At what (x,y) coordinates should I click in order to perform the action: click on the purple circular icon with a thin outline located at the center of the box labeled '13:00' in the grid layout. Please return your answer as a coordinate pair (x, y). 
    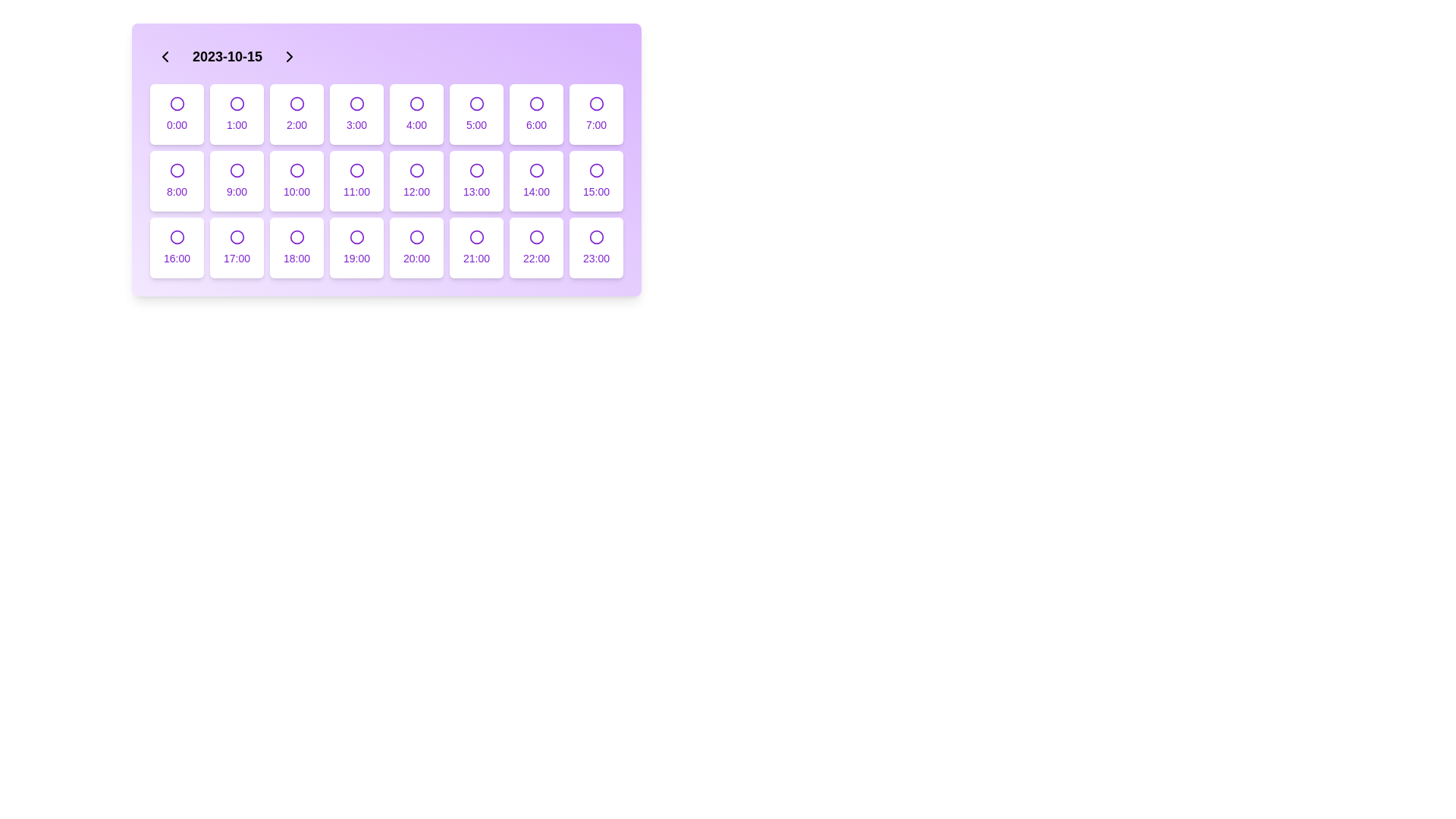
    Looking at the image, I should click on (475, 170).